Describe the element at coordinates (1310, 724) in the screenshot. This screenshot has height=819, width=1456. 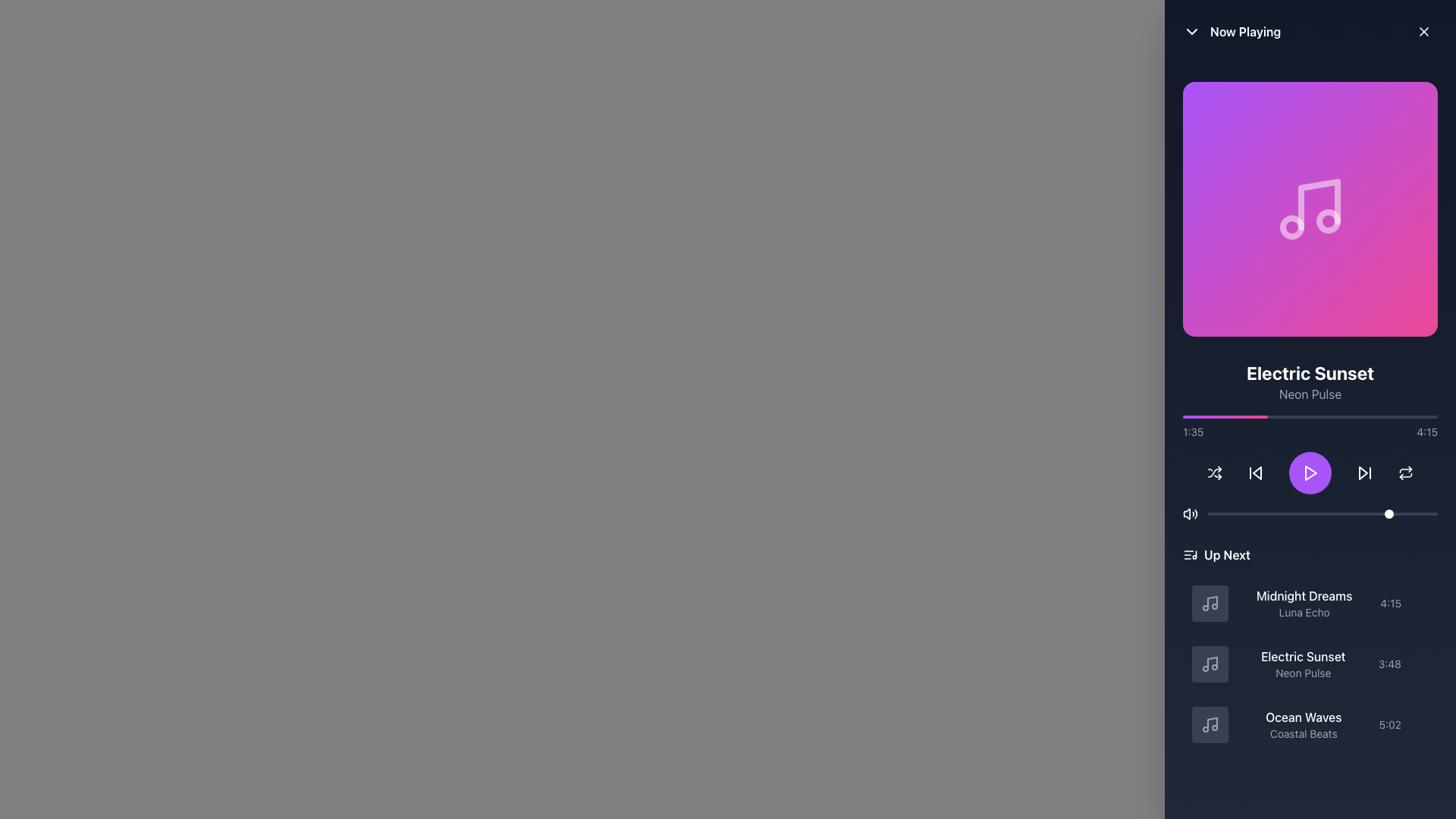
I see `the title of the third music item in the 'Up Next' list` at that location.